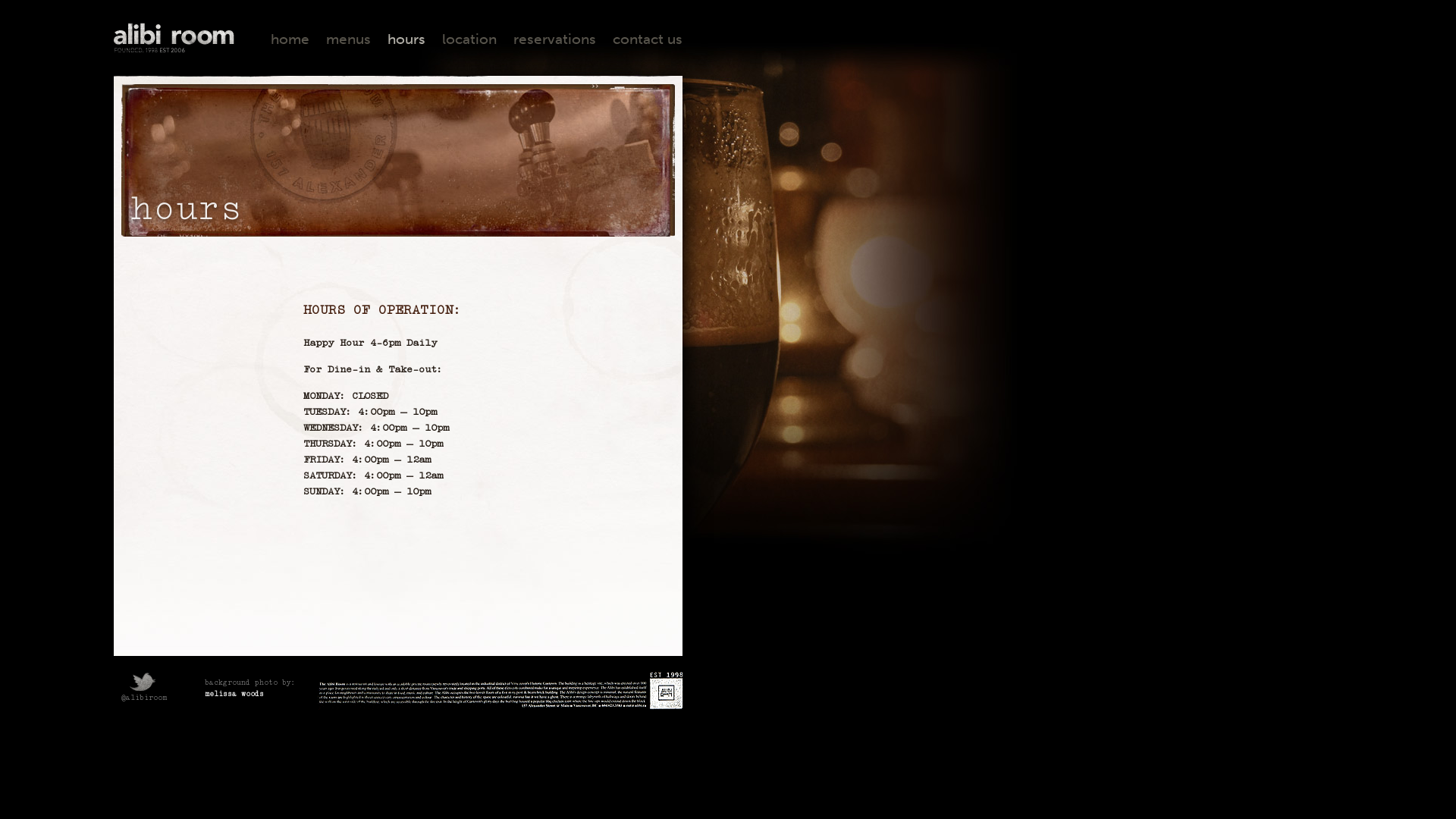  What do you see at coordinates (554, 38) in the screenshot?
I see `'reservations'` at bounding box center [554, 38].